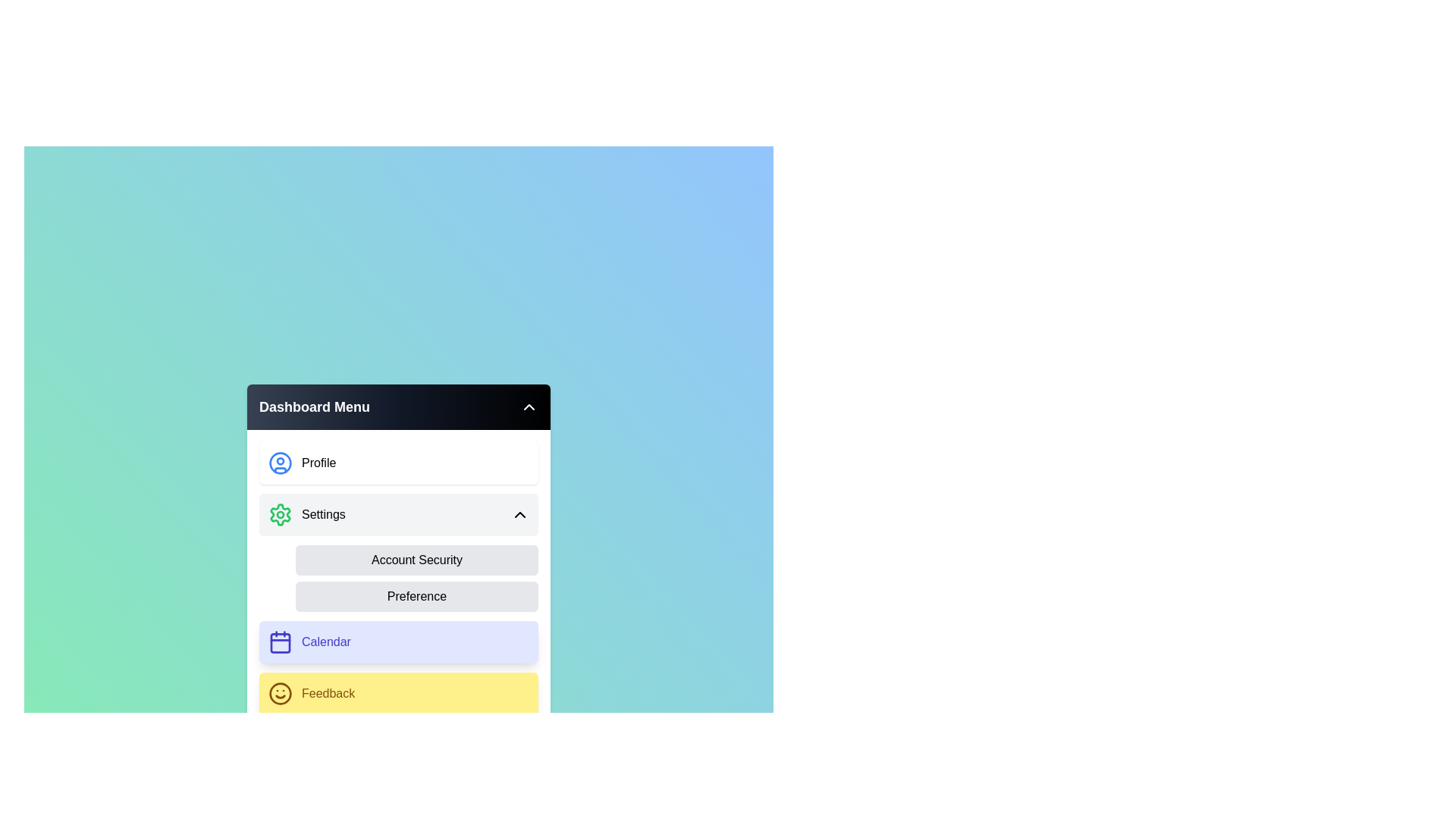 Image resolution: width=1456 pixels, height=819 pixels. Describe the element at coordinates (529, 406) in the screenshot. I see `the Dropdown Indicator located at the top right corner of the 'Dashboard Menu' header bar` at that location.